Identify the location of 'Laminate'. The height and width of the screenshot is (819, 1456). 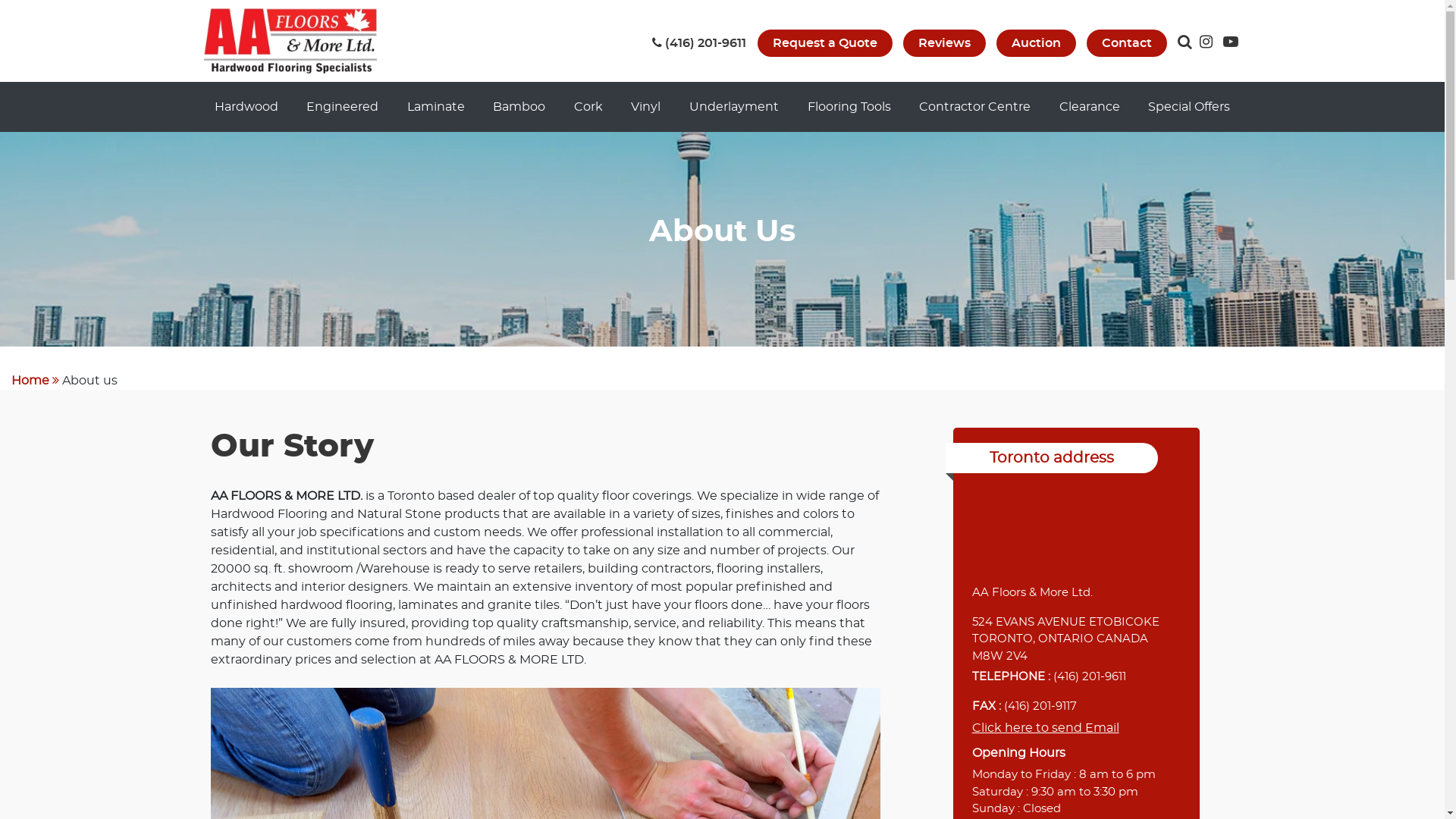
(435, 106).